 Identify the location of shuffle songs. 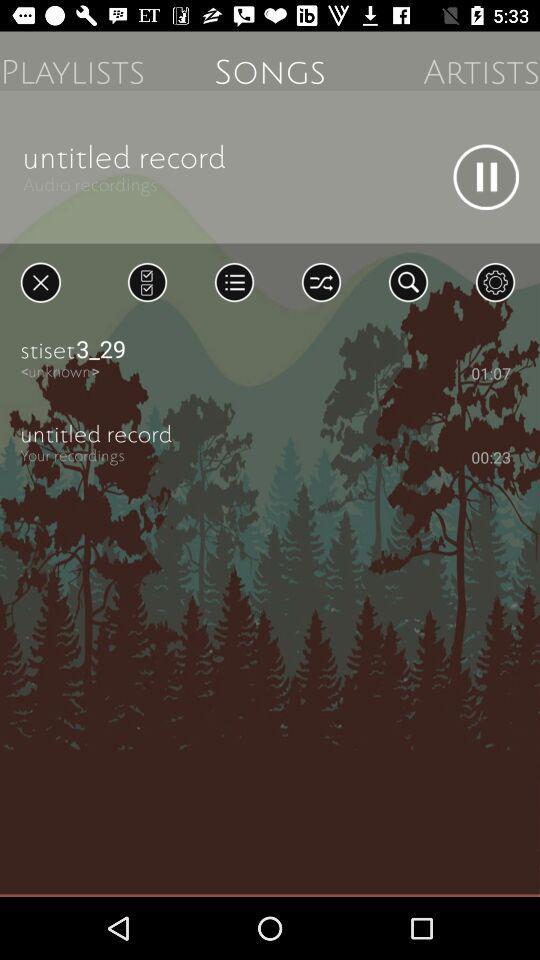
(321, 281).